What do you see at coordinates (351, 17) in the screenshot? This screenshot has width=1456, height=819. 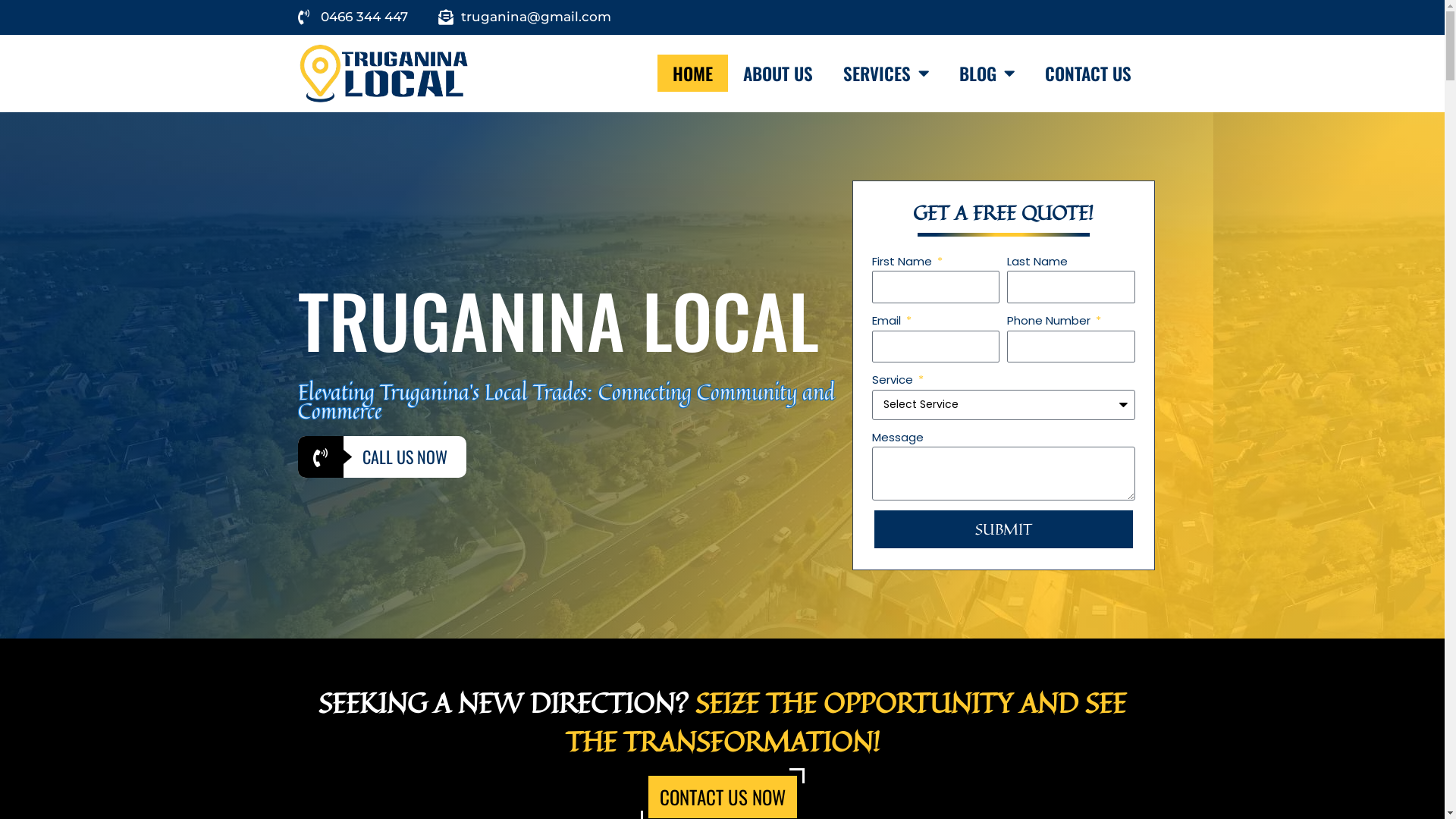 I see `'0466 344 447'` at bounding box center [351, 17].